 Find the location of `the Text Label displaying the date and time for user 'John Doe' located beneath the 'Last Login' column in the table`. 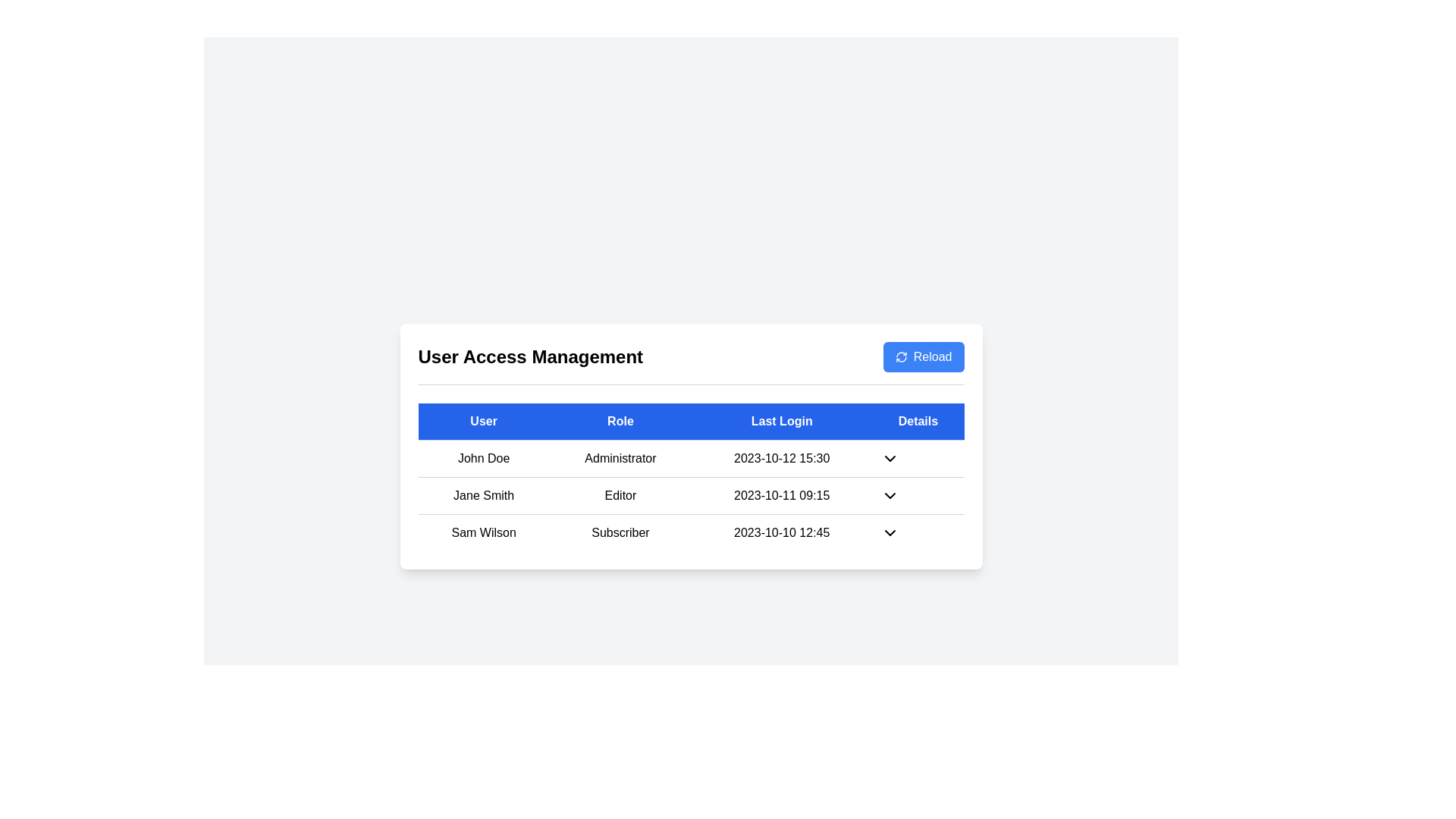

the Text Label displaying the date and time for user 'John Doe' located beneath the 'Last Login' column in the table is located at coordinates (782, 458).